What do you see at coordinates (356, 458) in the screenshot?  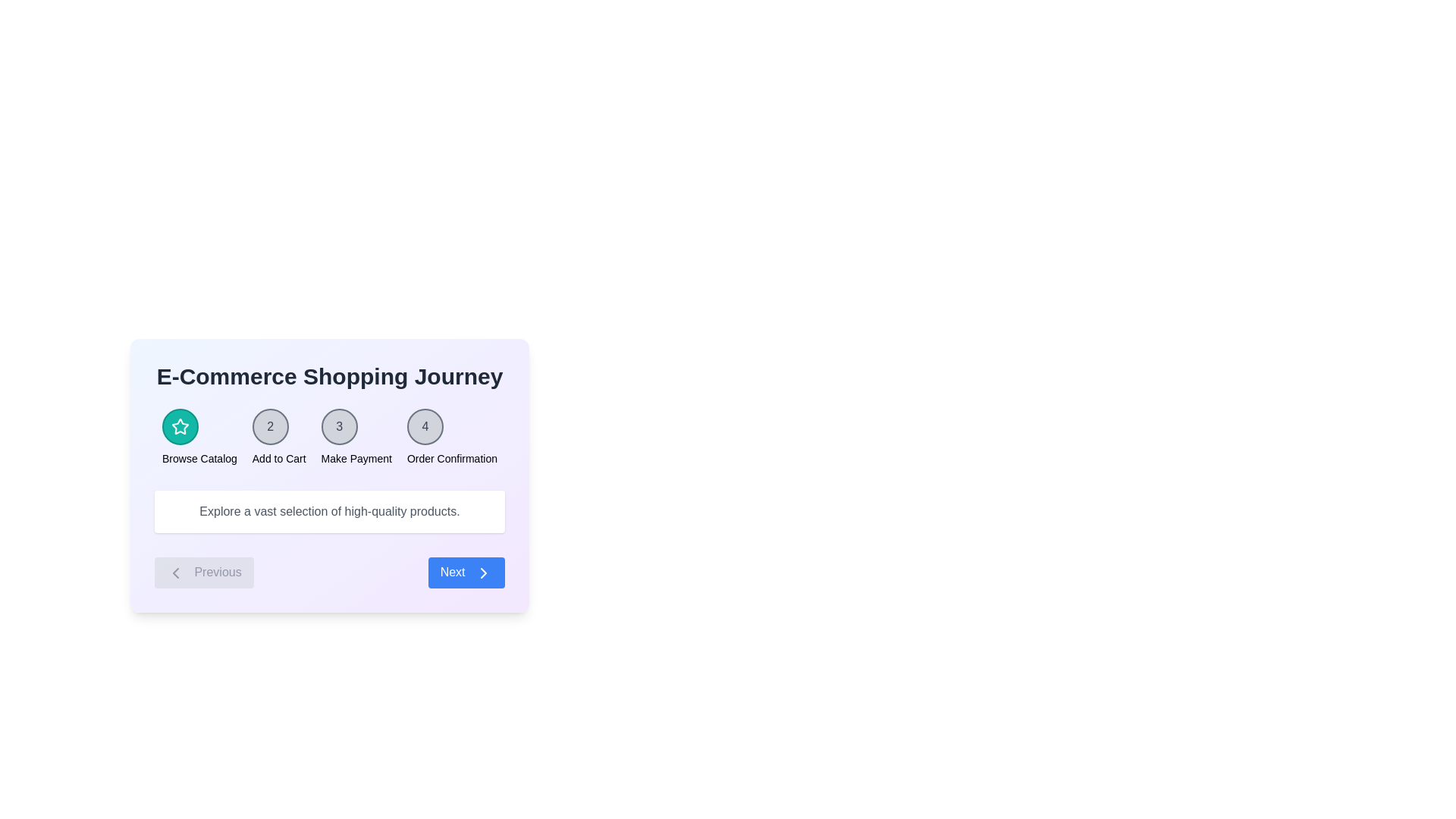 I see `the 'Make Payment' text label element displayed in black font, positioned below the circular step indicator labeled '3' in the E-Commerce Shopping Journey UI` at bounding box center [356, 458].